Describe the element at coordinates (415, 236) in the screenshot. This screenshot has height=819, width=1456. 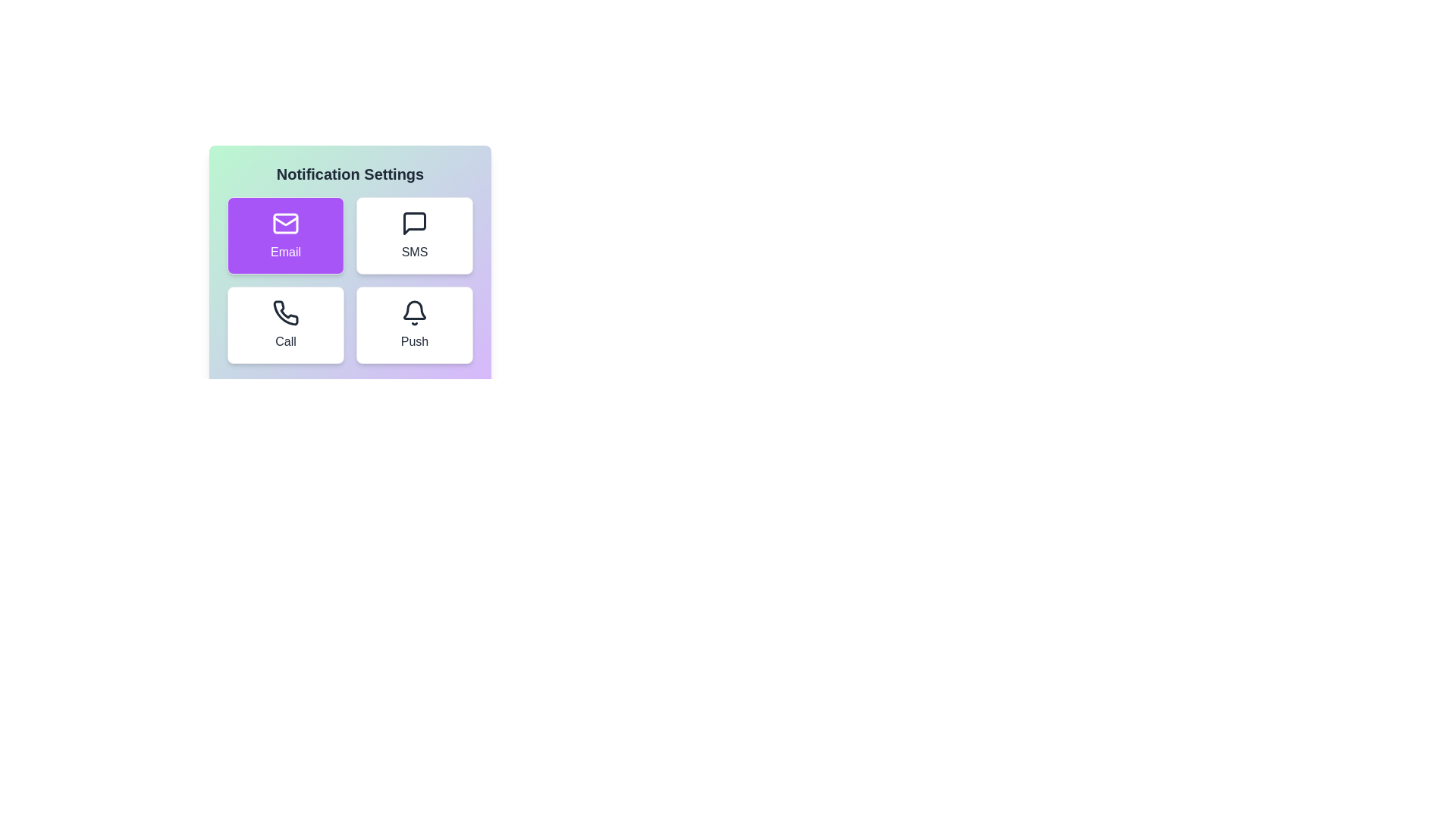
I see `the notification method SMS by clicking its corresponding button` at that location.